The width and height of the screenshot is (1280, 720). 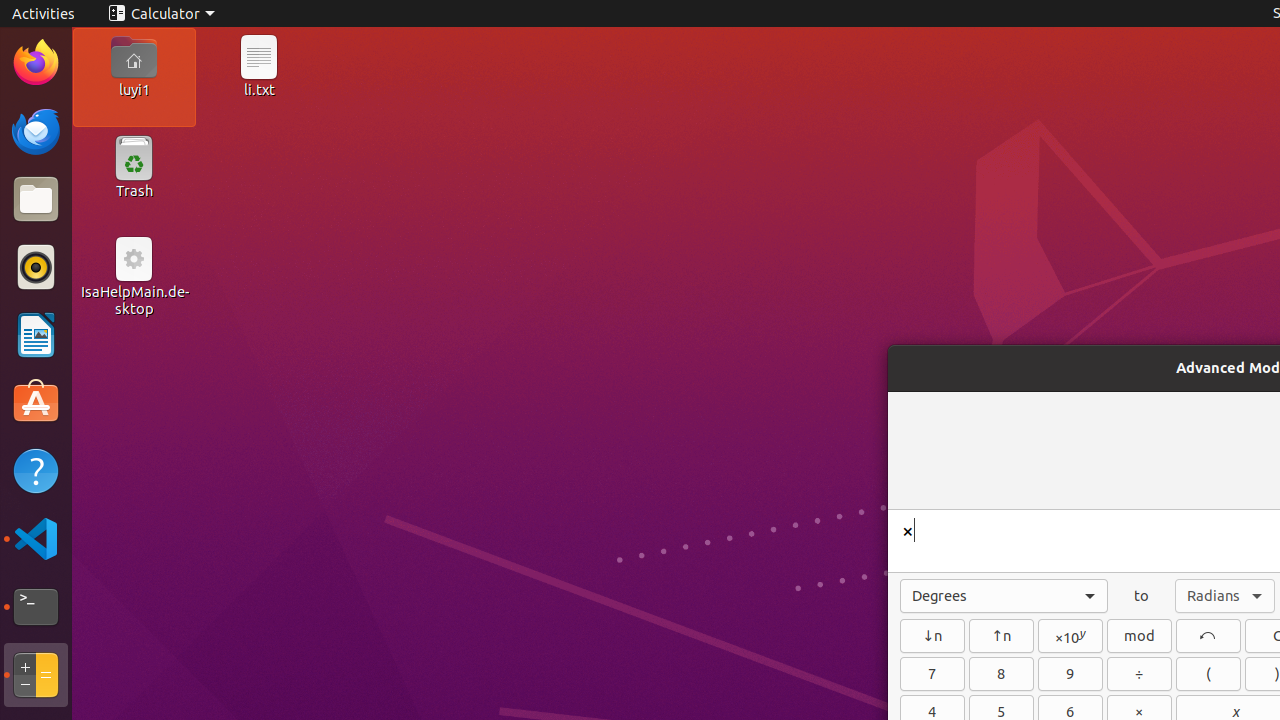 What do you see at coordinates (1001, 673) in the screenshot?
I see `'8'` at bounding box center [1001, 673].